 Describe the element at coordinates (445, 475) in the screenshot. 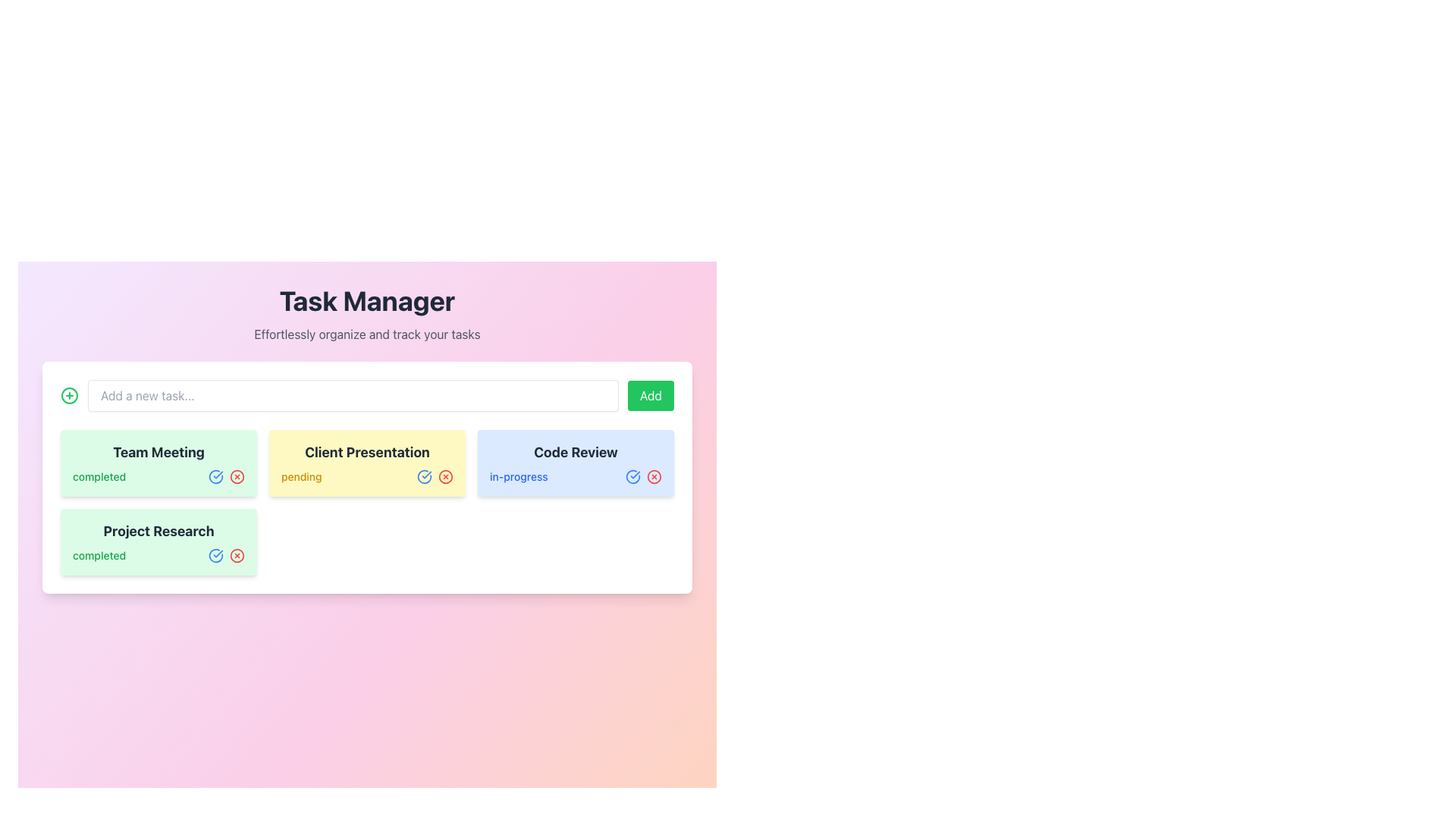

I see `the red circular icon button with a white cross inscribed in it, located on the yellow card titled 'Client Presentation'` at that location.